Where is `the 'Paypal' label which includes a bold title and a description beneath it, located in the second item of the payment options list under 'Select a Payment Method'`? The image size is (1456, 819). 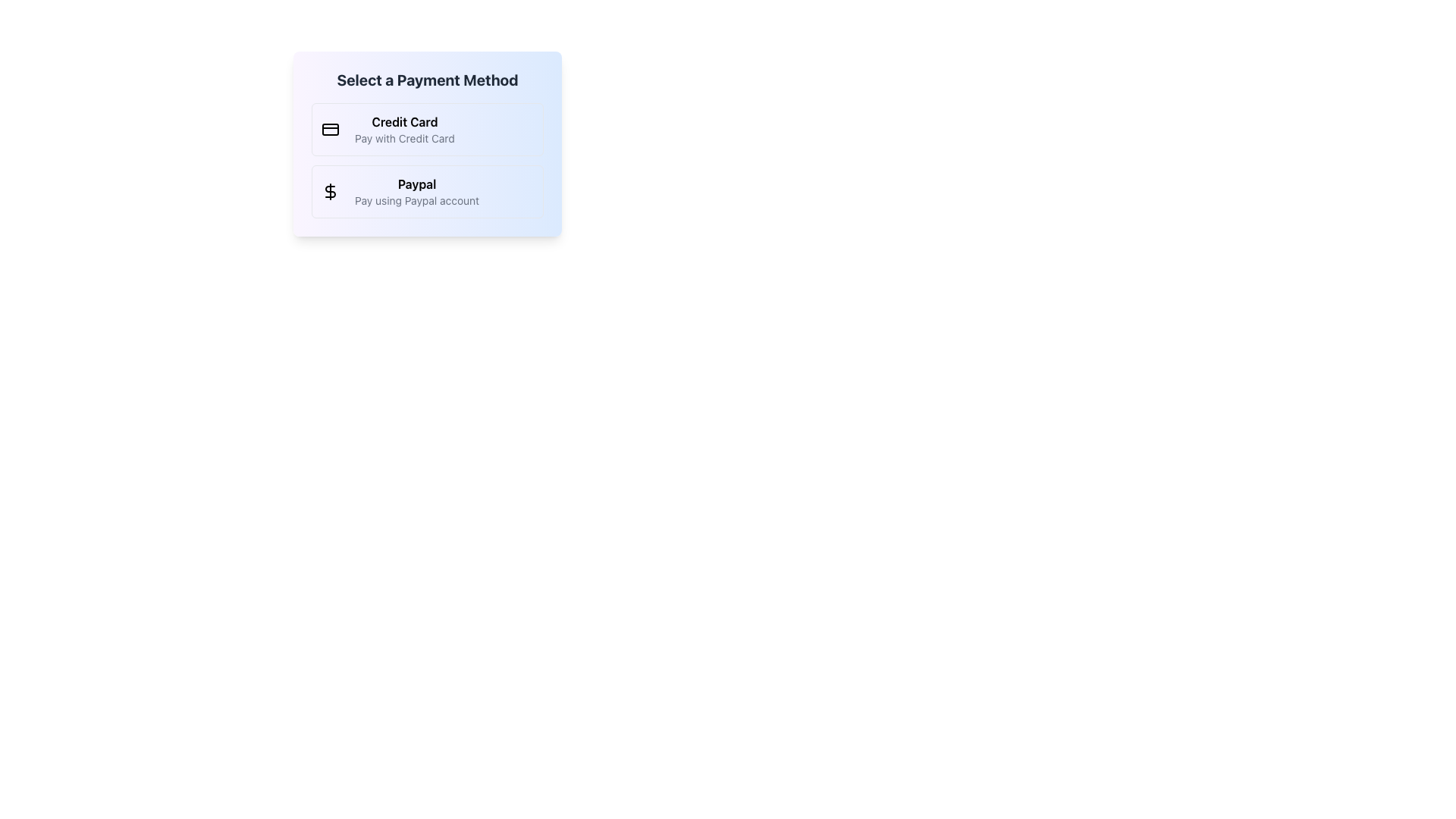
the 'Paypal' label which includes a bold title and a description beneath it, located in the second item of the payment options list under 'Select a Payment Method' is located at coordinates (417, 191).